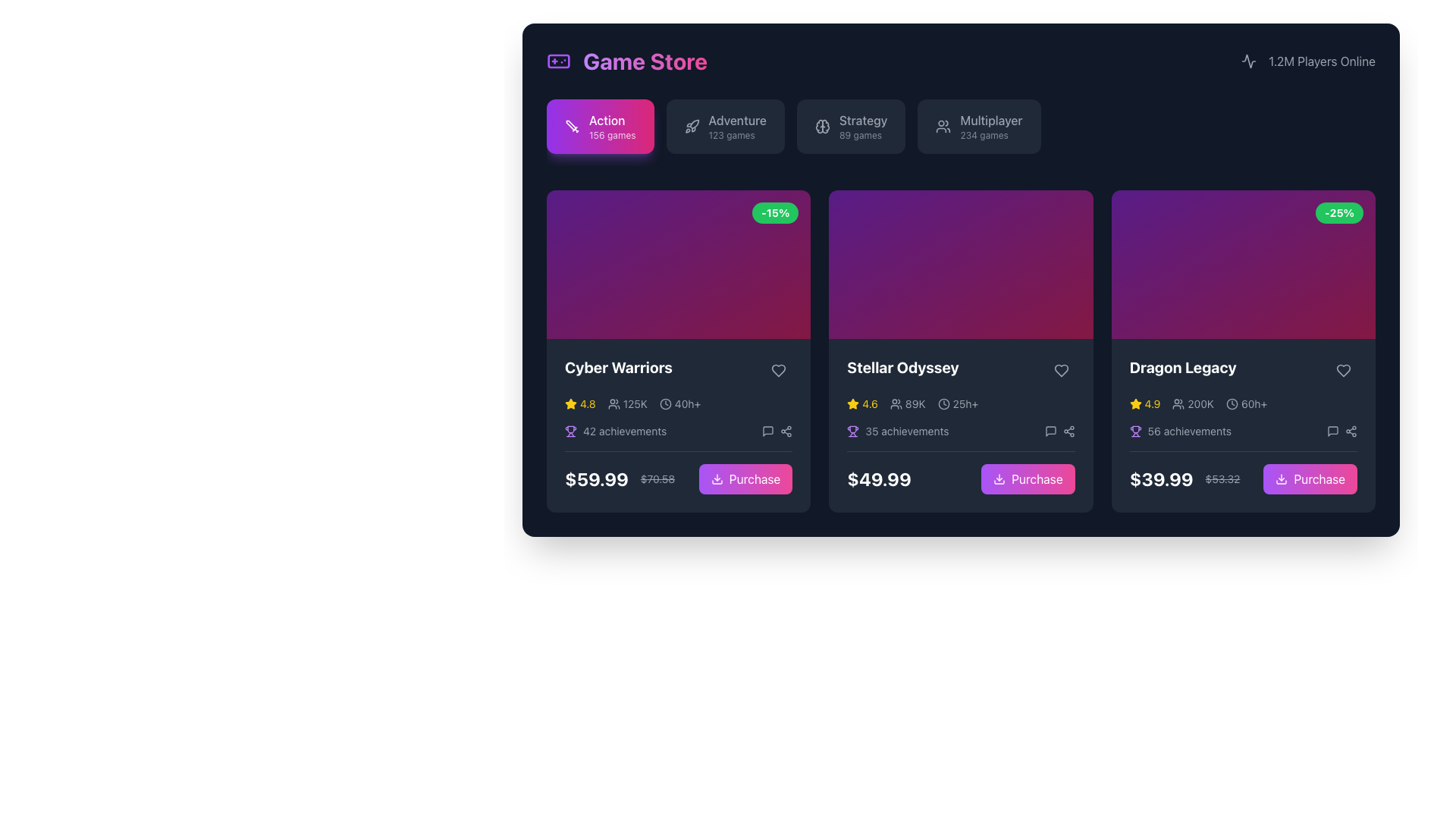  Describe the element at coordinates (1307, 61) in the screenshot. I see `the text-based indicator with an icon that shows the number of players currently online, located on the far right of the top navigation area next to the 'Game Store' title` at that location.